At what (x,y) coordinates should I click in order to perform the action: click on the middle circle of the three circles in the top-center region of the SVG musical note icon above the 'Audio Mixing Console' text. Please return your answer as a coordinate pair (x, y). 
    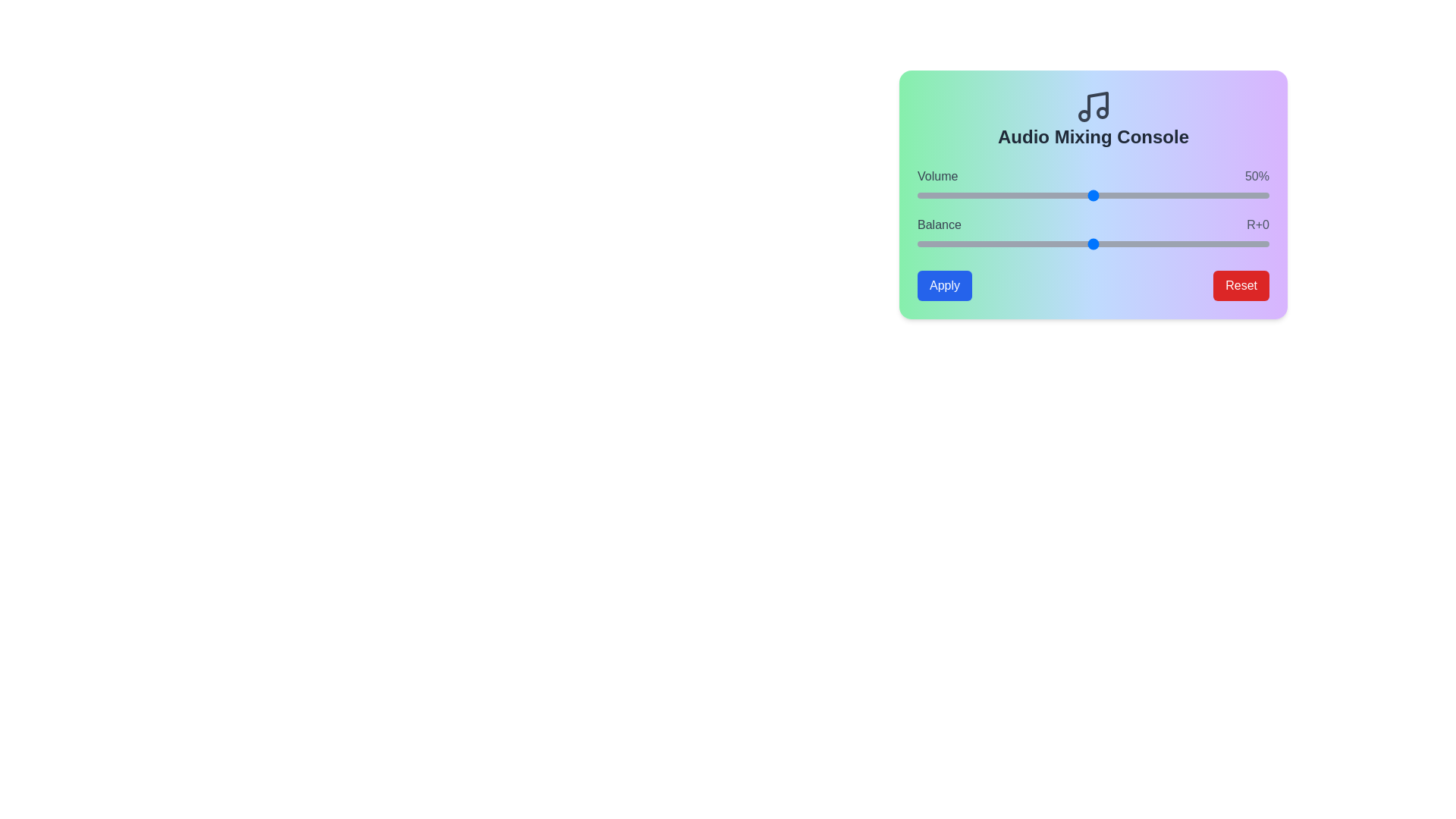
    Looking at the image, I should click on (1084, 115).